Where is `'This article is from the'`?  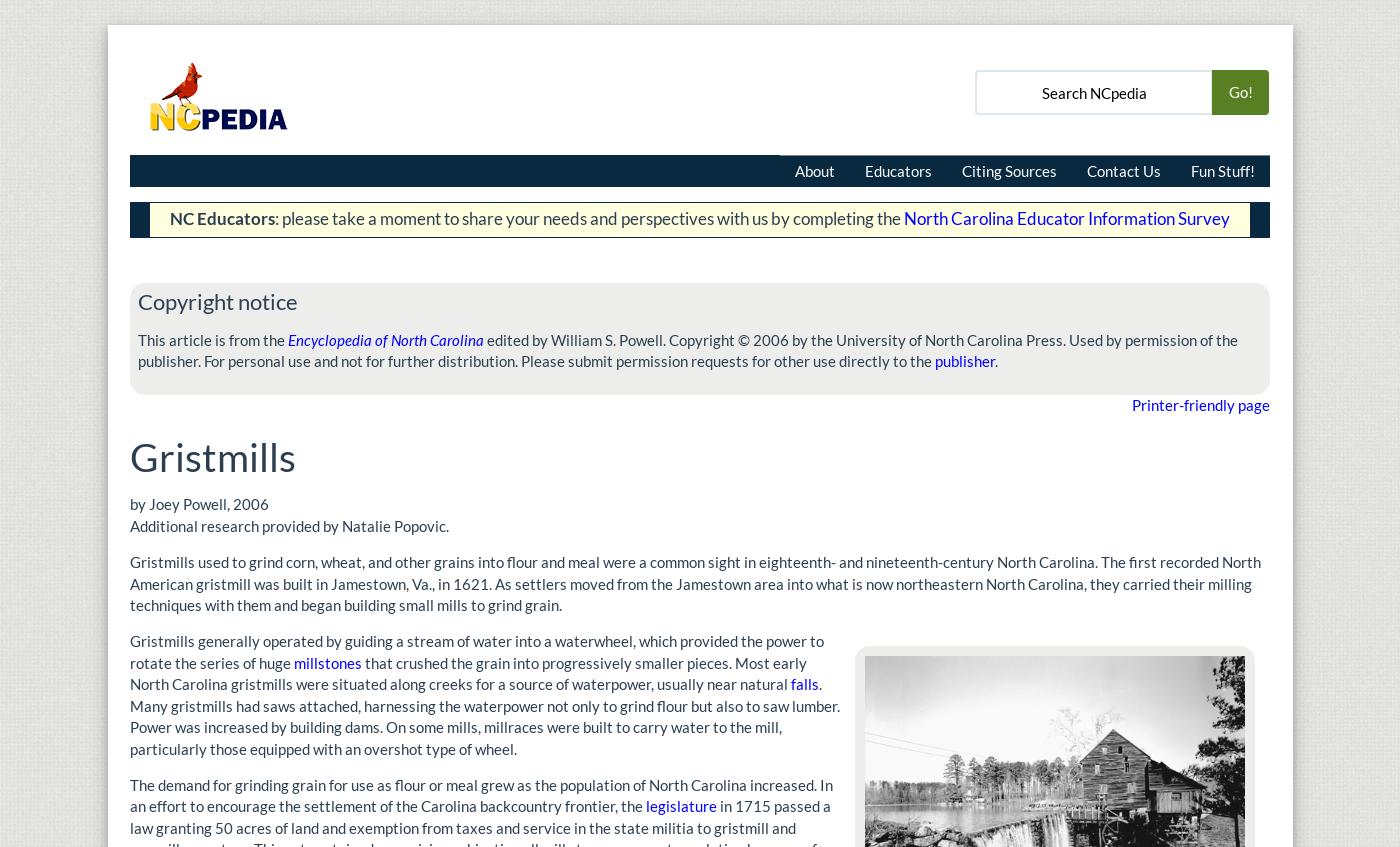 'This article is from the' is located at coordinates (137, 338).